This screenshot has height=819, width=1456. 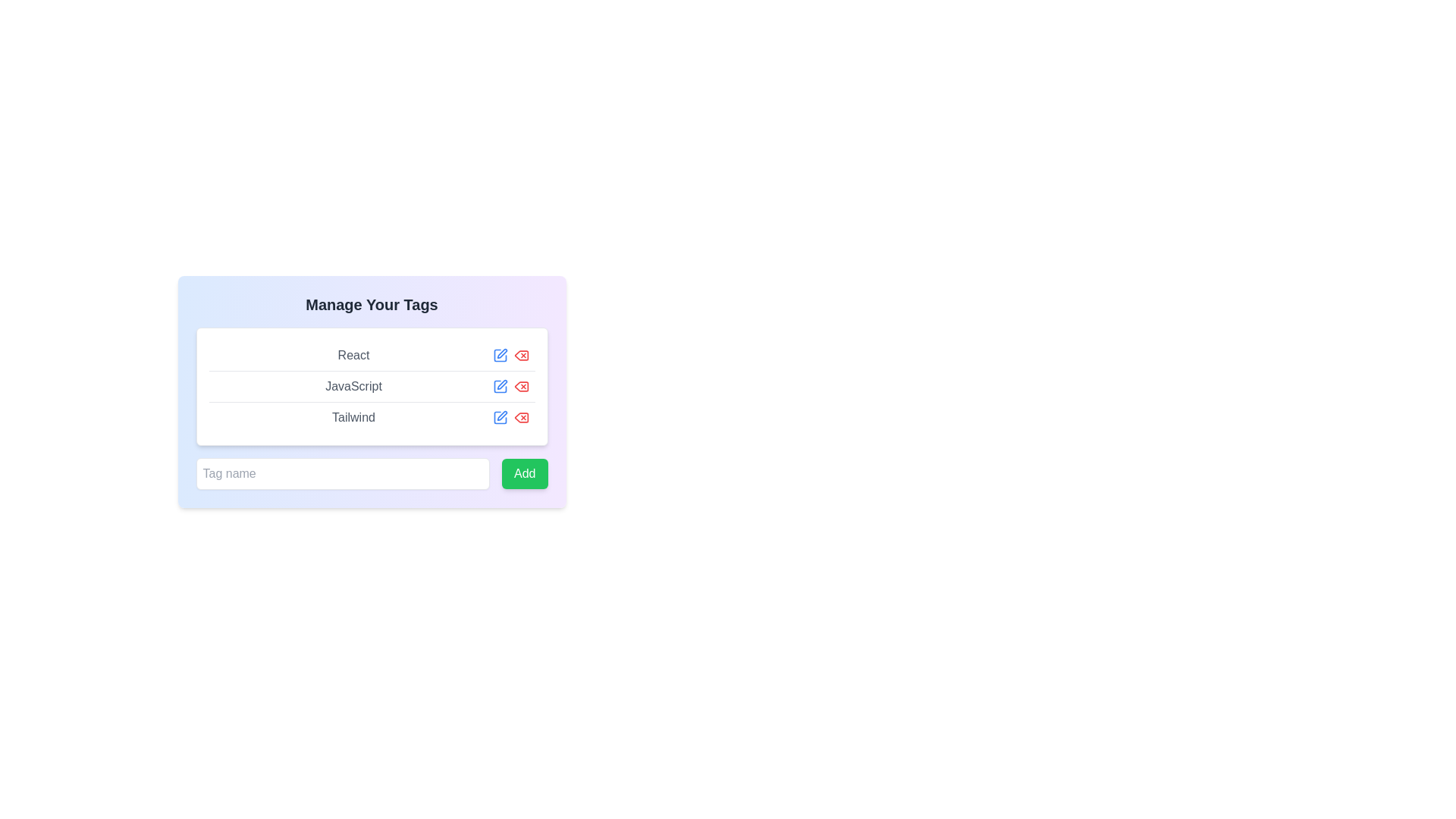 What do you see at coordinates (500, 418) in the screenshot?
I see `the interactive graphical button to the right of the 'Tailwind' text in the 'Manage Your Tags' table` at bounding box center [500, 418].